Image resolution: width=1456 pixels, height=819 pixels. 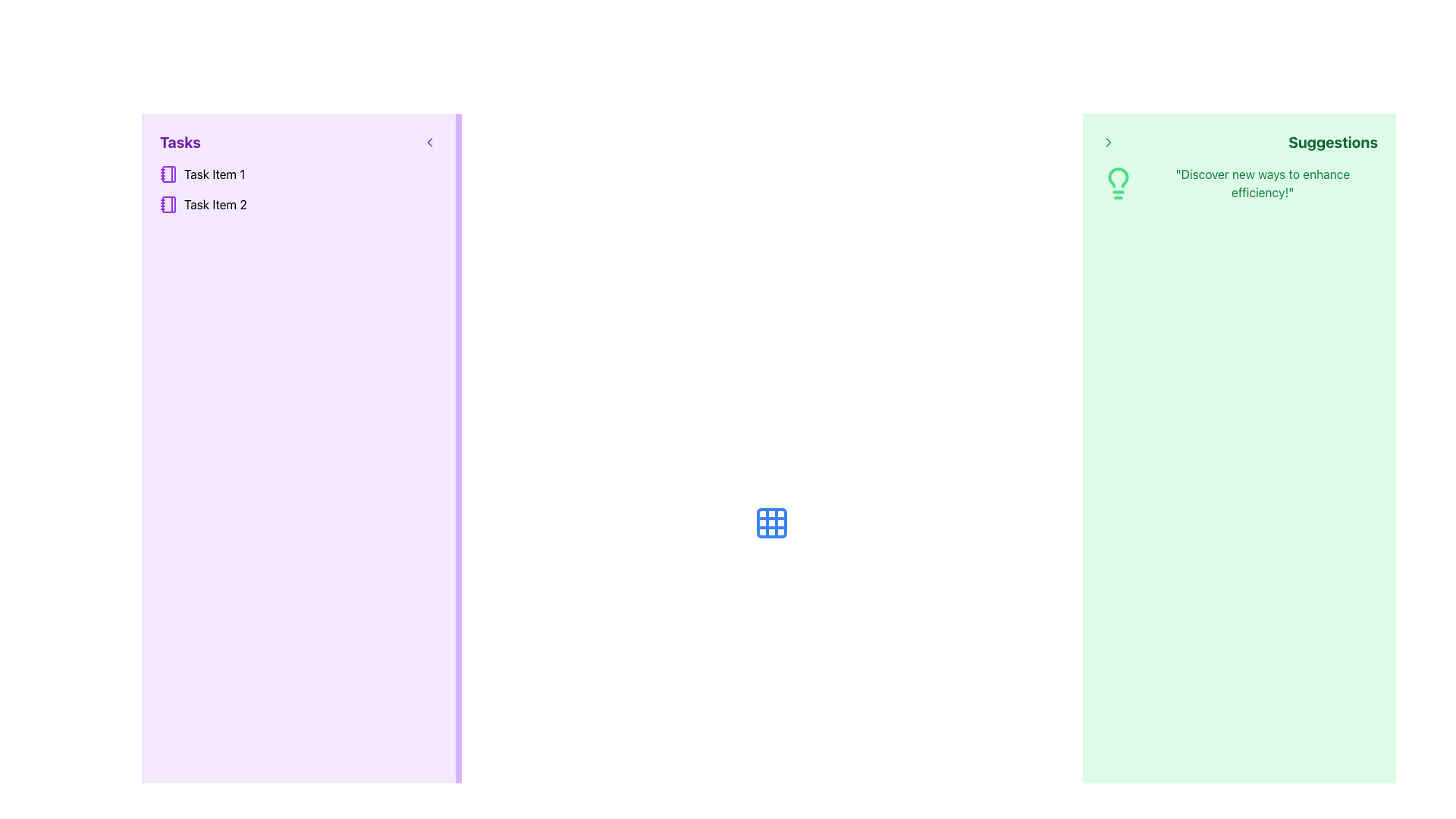 I want to click on the text element providing informative or motivational content located in the 'Suggestions' section, aligned to the right of a green lightbulb icon, so click(x=1263, y=183).